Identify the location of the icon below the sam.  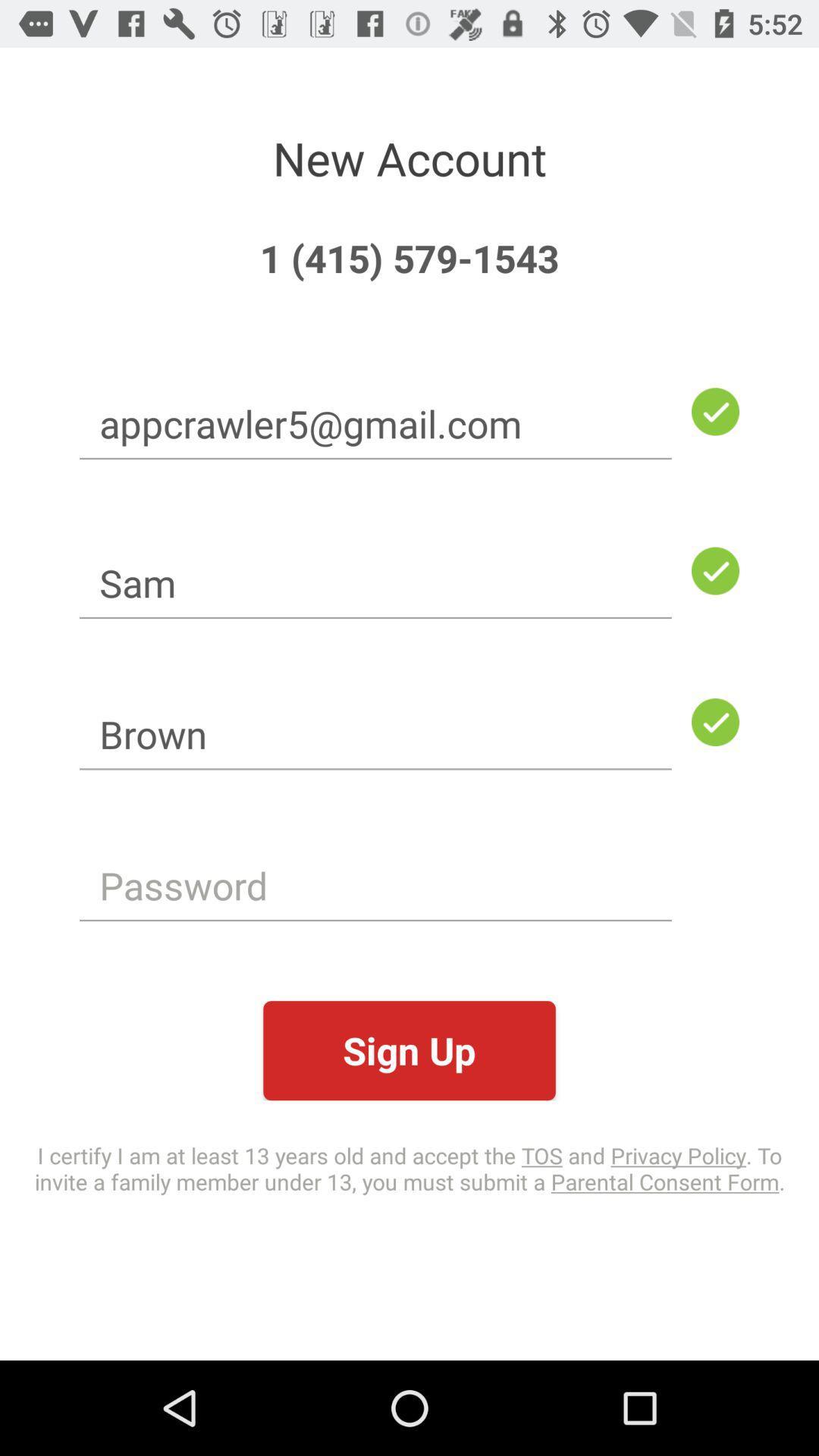
(375, 734).